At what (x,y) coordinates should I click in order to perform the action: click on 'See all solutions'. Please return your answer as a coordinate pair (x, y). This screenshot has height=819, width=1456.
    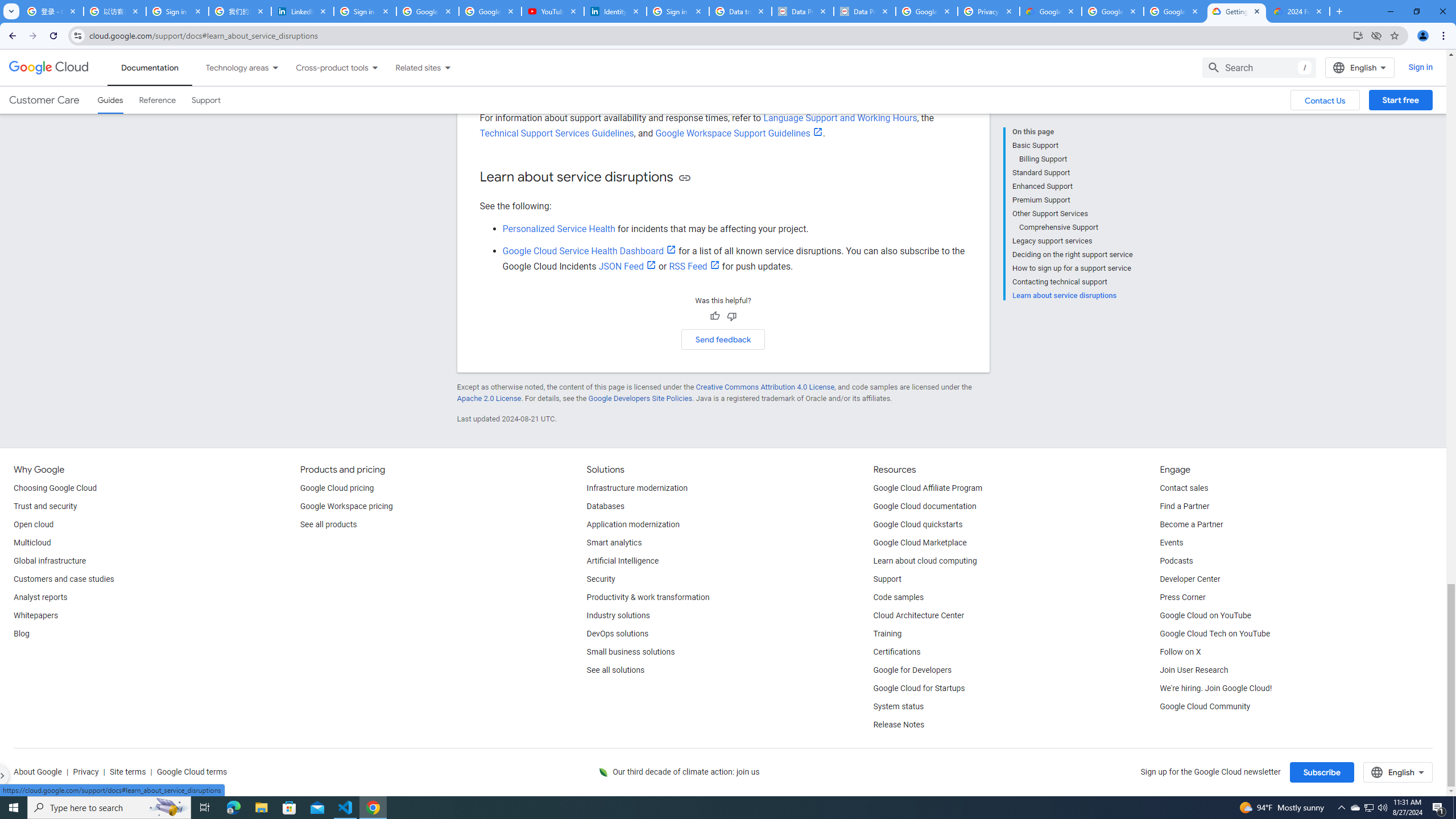
    Looking at the image, I should click on (615, 671).